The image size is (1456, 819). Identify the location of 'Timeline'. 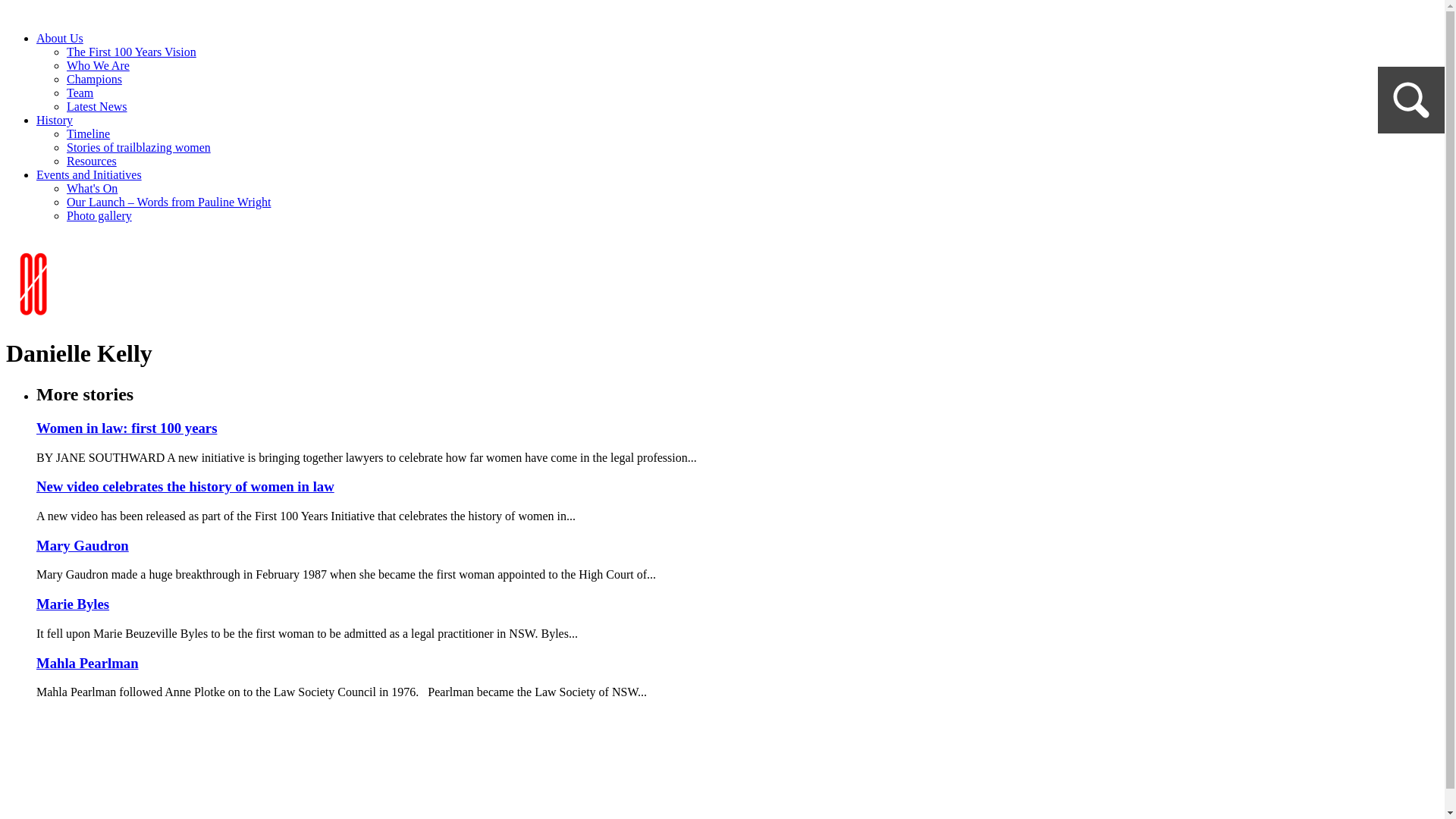
(87, 133).